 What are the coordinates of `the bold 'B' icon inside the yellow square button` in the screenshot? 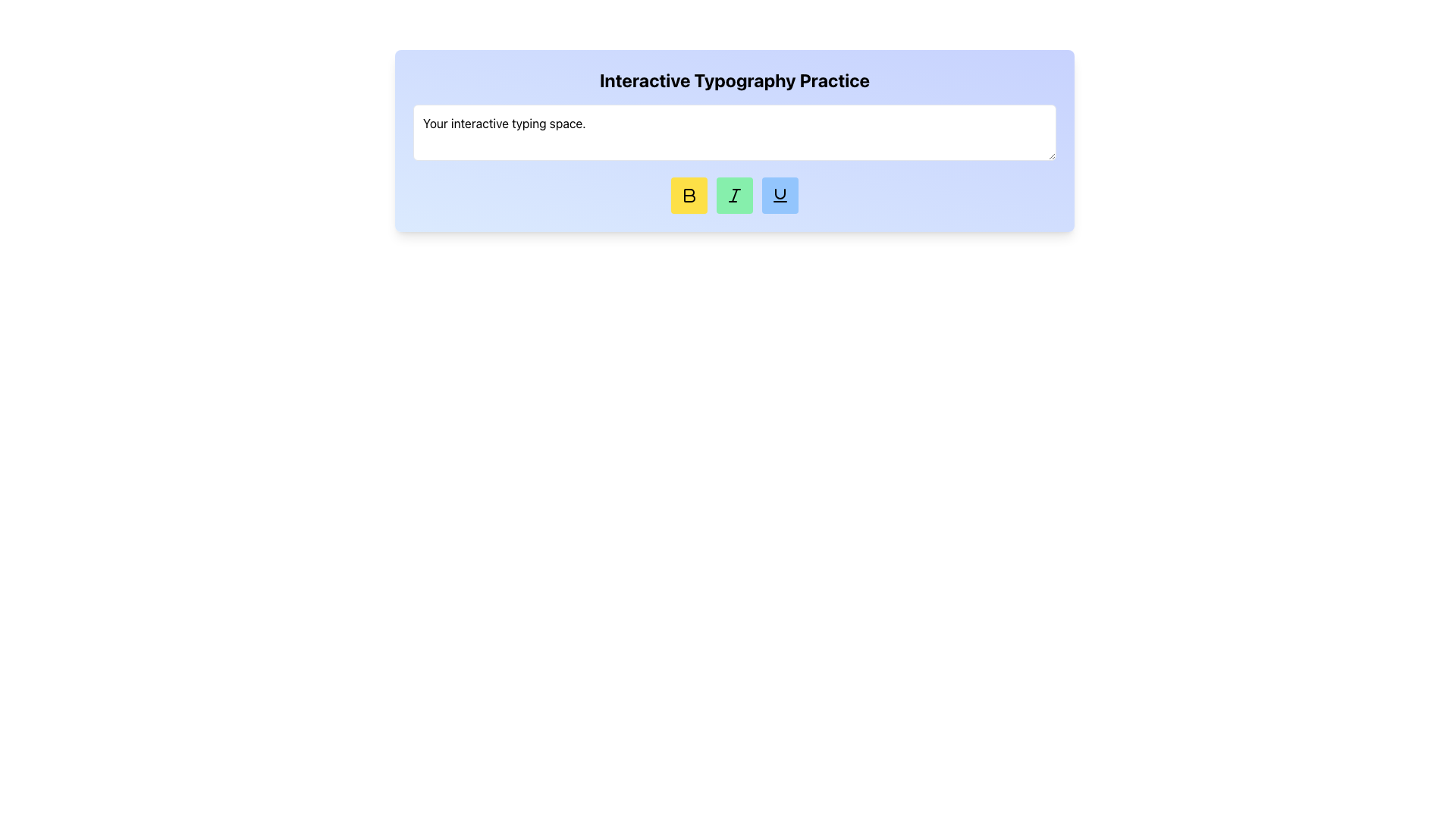 It's located at (689, 195).